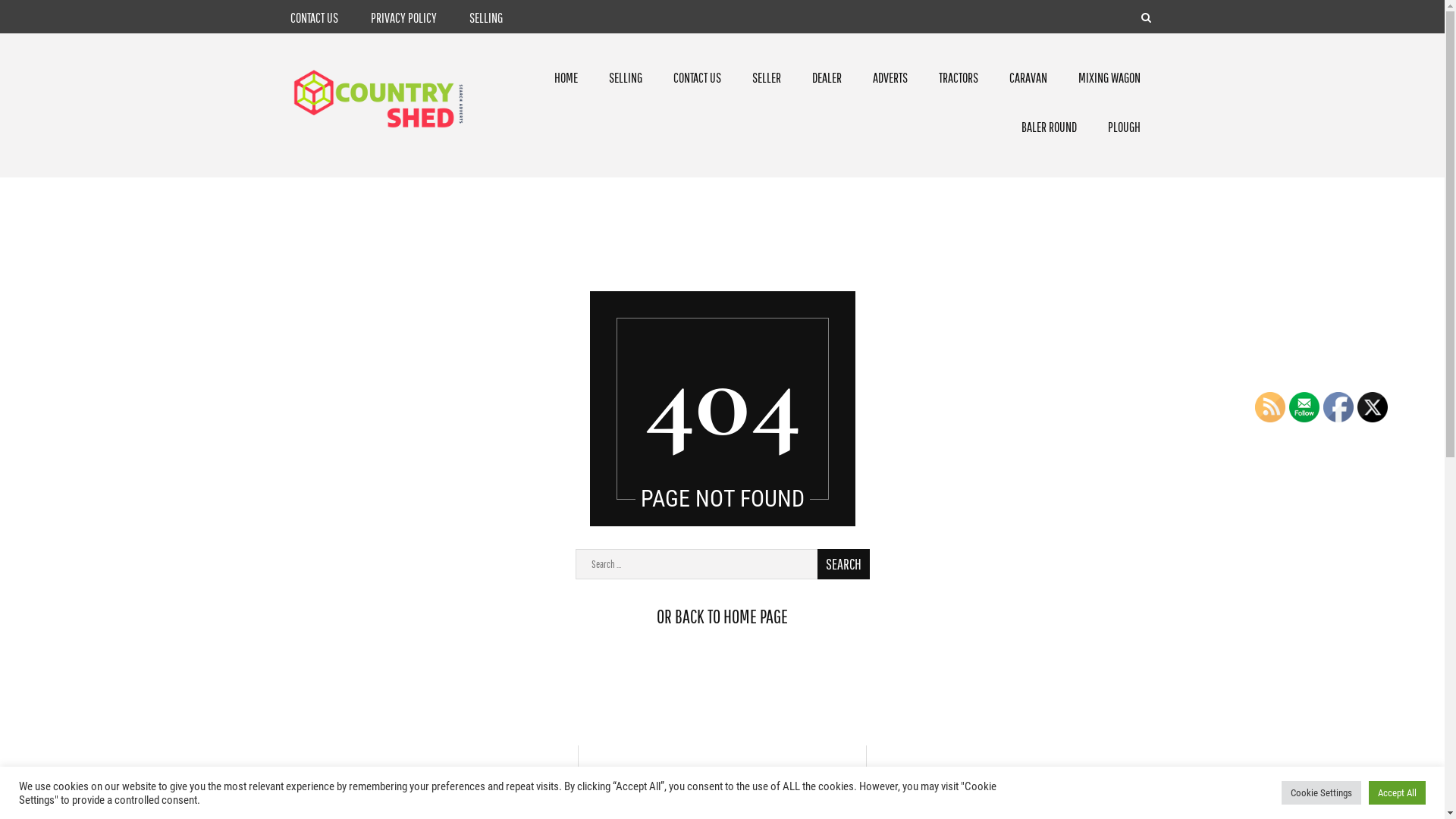 The width and height of the screenshot is (1456, 819). What do you see at coordinates (843, 564) in the screenshot?
I see `'Search'` at bounding box center [843, 564].